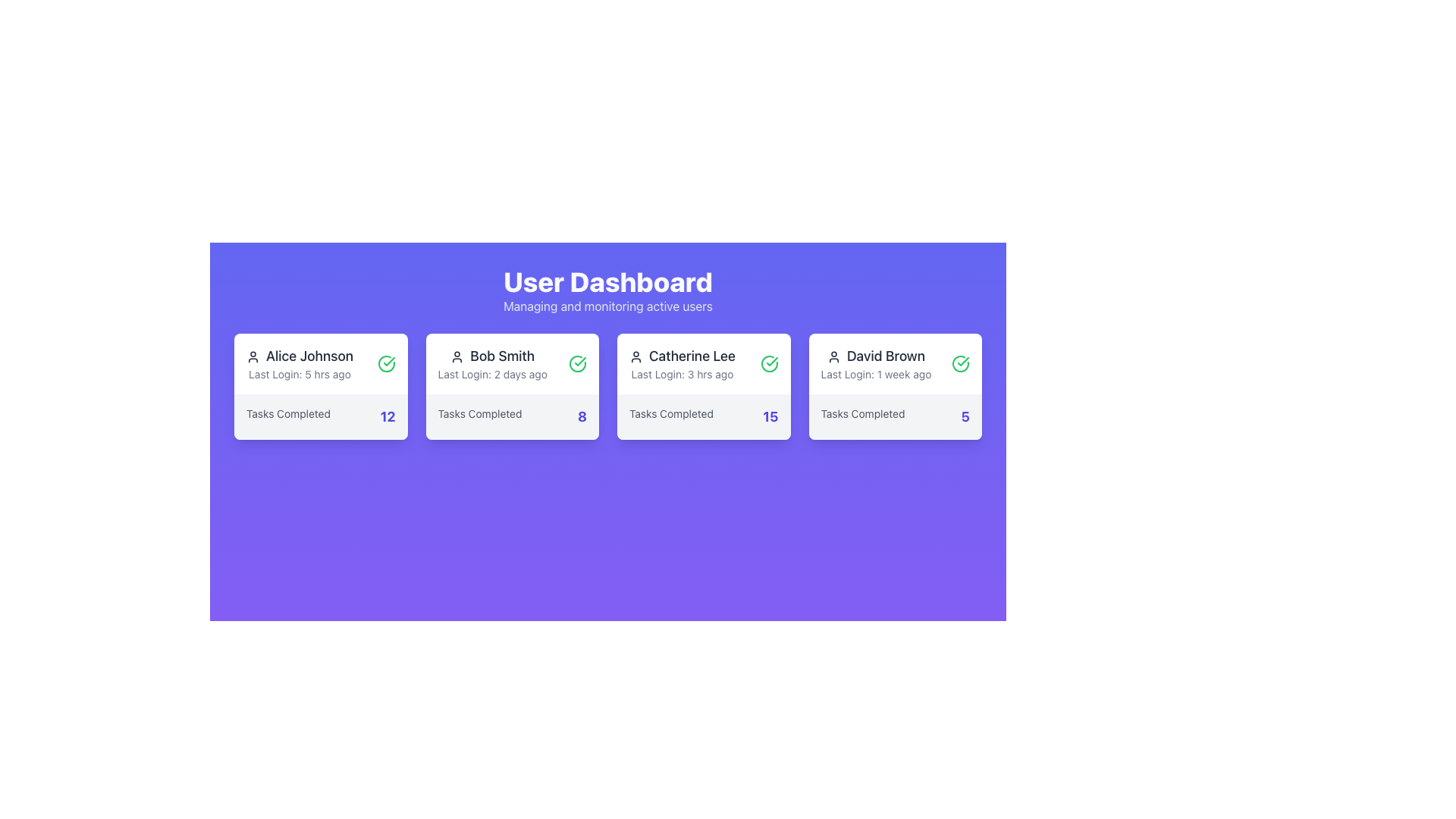 Image resolution: width=1456 pixels, height=819 pixels. I want to click on the green circular icon with an outlined checkmark inside, located in the top-right corner of the card for 'David Brown', so click(960, 363).